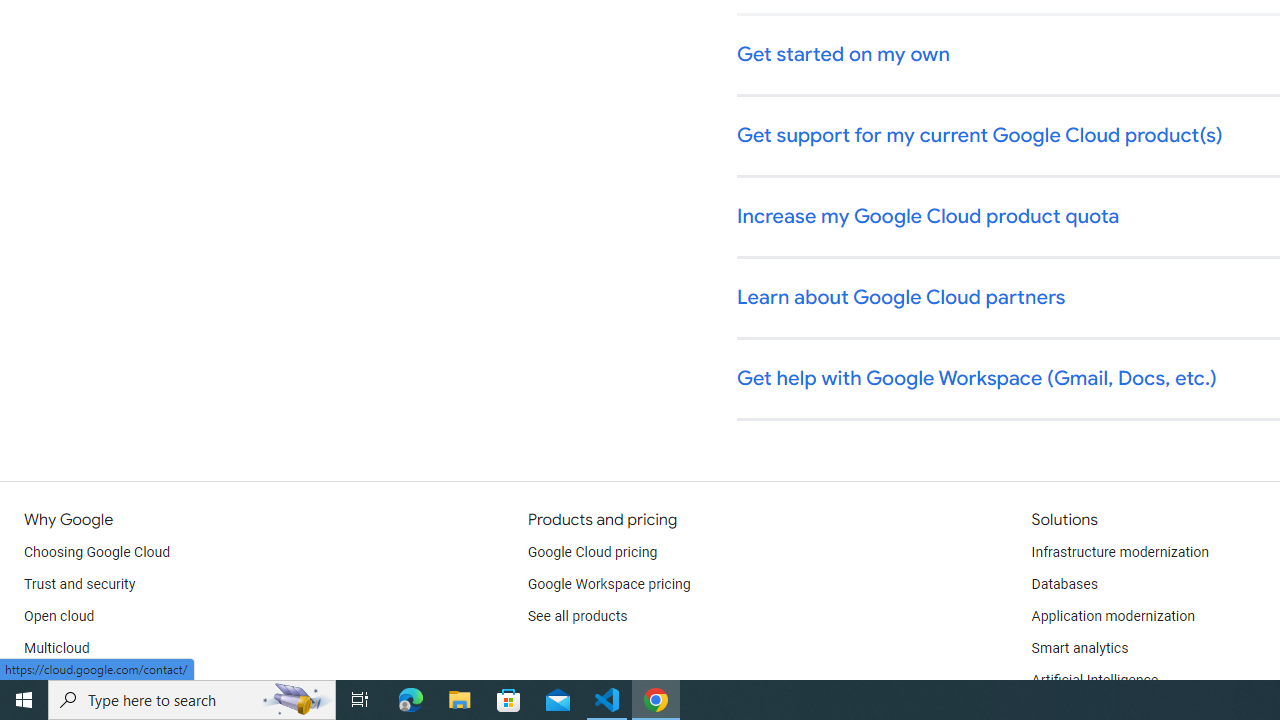 This screenshot has width=1280, height=720. I want to click on 'Trust and security', so click(80, 585).